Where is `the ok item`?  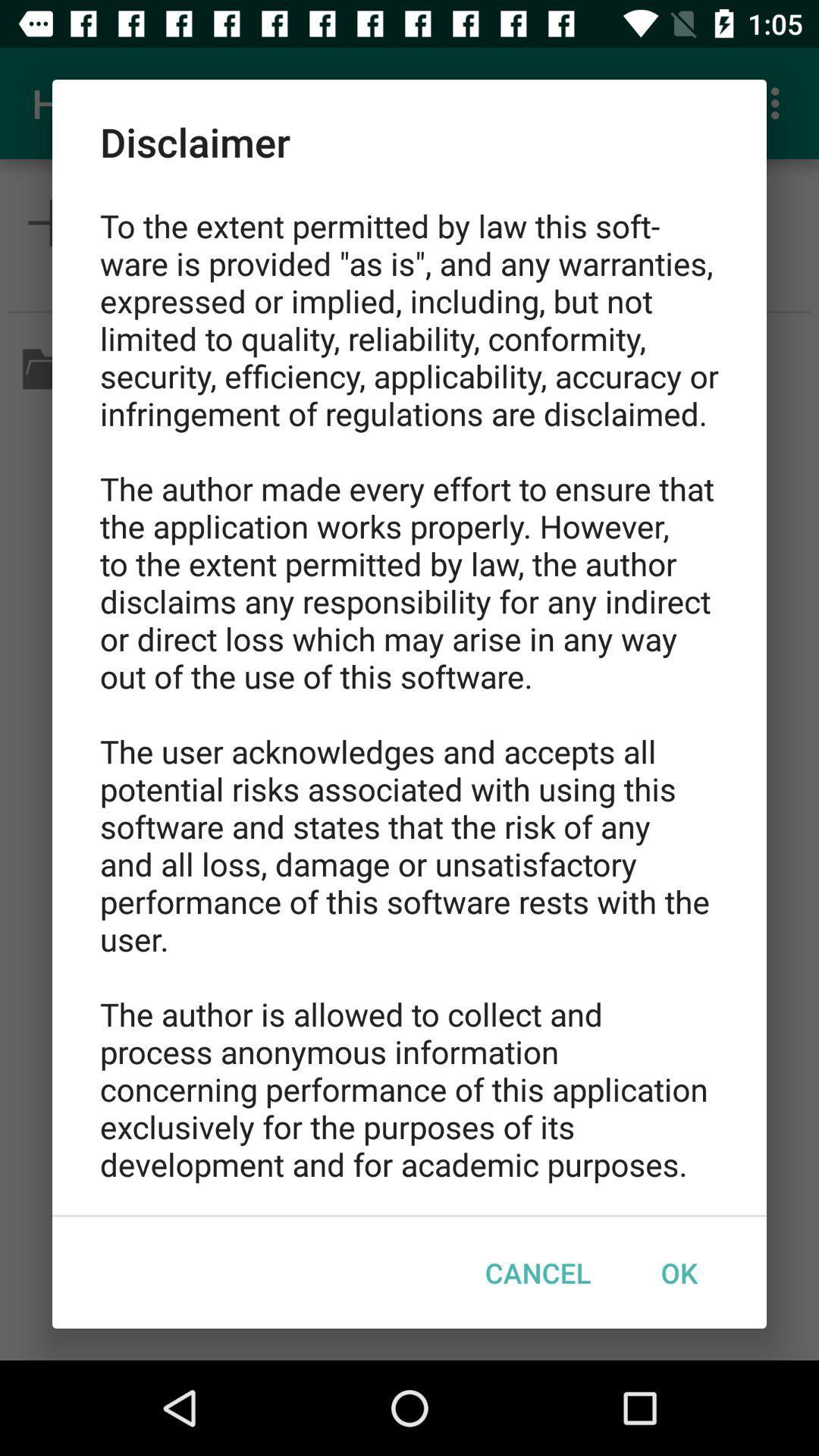 the ok item is located at coordinates (678, 1272).